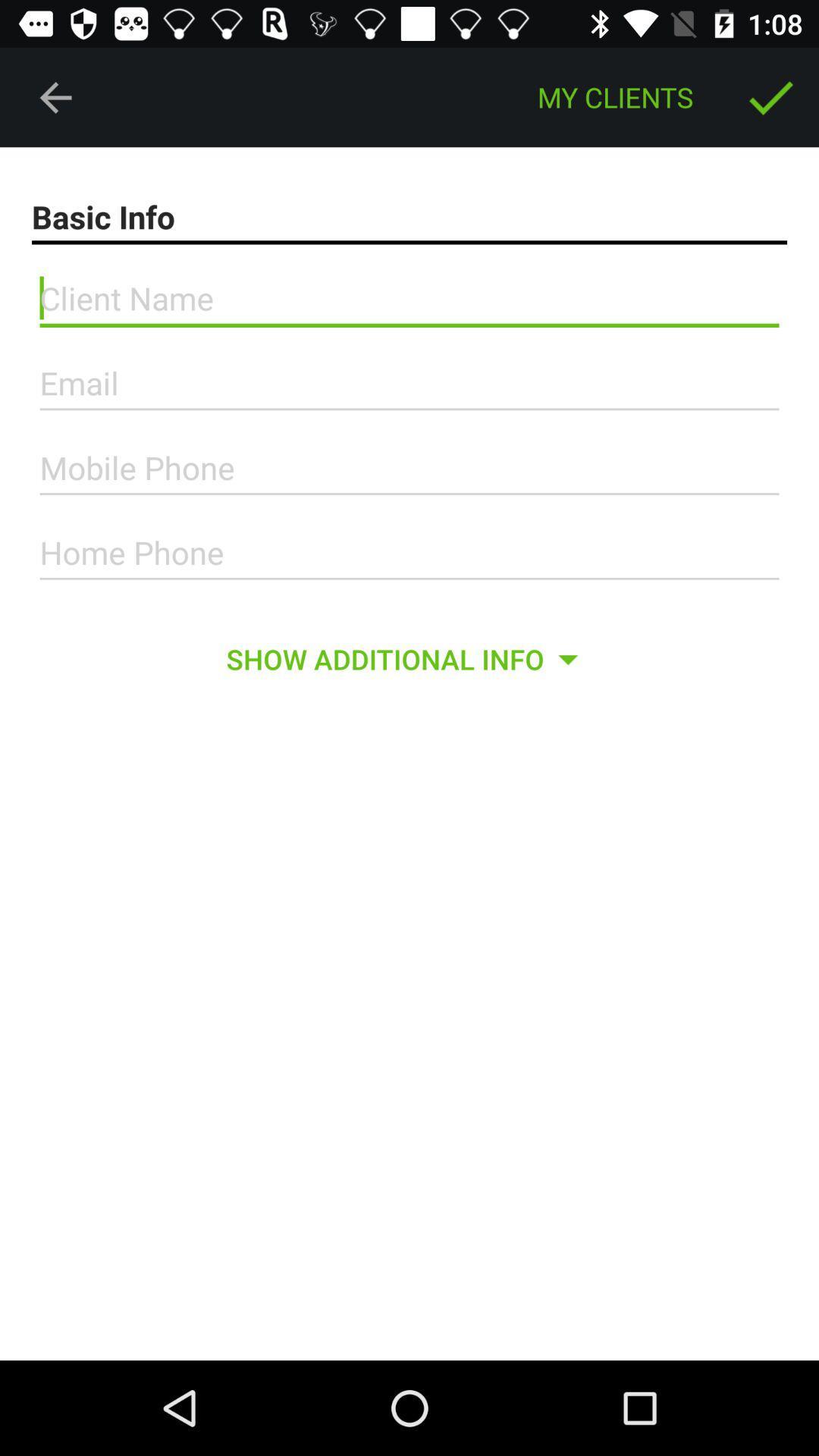 The height and width of the screenshot is (1456, 819). I want to click on put the mobile phone, so click(409, 467).